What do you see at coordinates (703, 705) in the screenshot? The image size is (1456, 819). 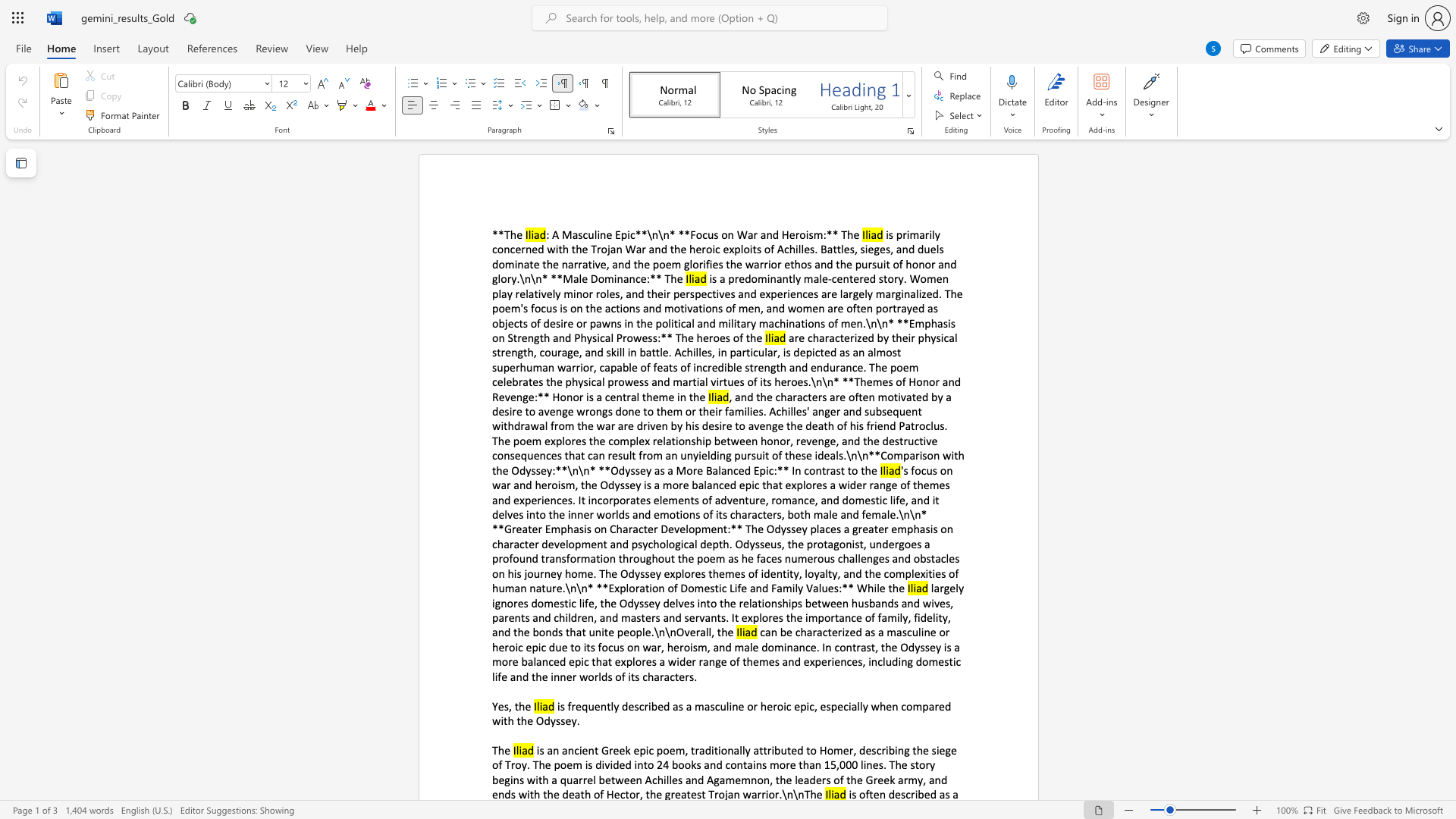 I see `the subset text "asculine o" within the text "is frequently described as a masculine or heroic epic, especially when compared with the Odyssey."` at bounding box center [703, 705].